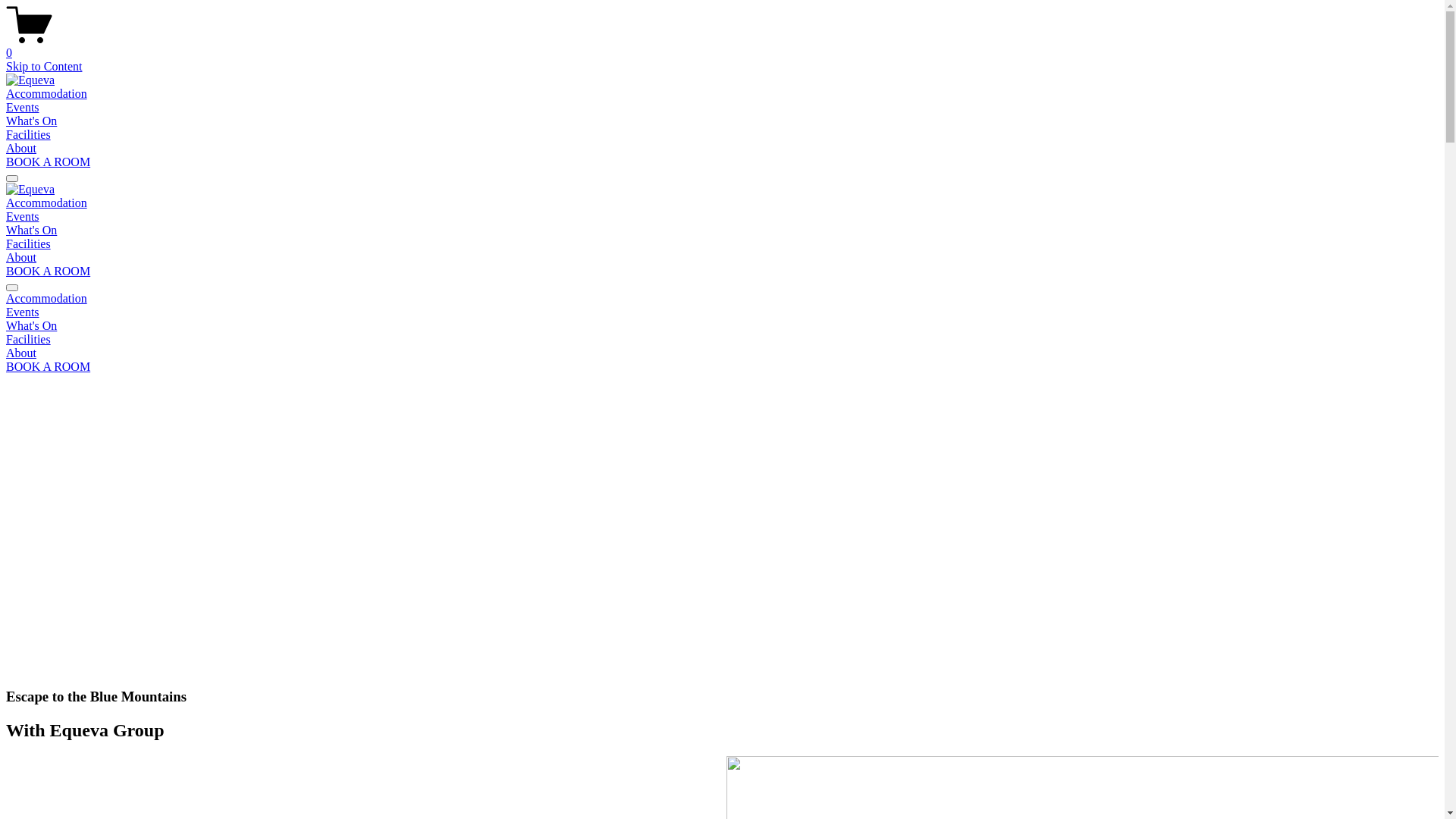 The width and height of the screenshot is (1456, 819). Describe the element at coordinates (6, 133) in the screenshot. I see `'Facilities'` at that location.